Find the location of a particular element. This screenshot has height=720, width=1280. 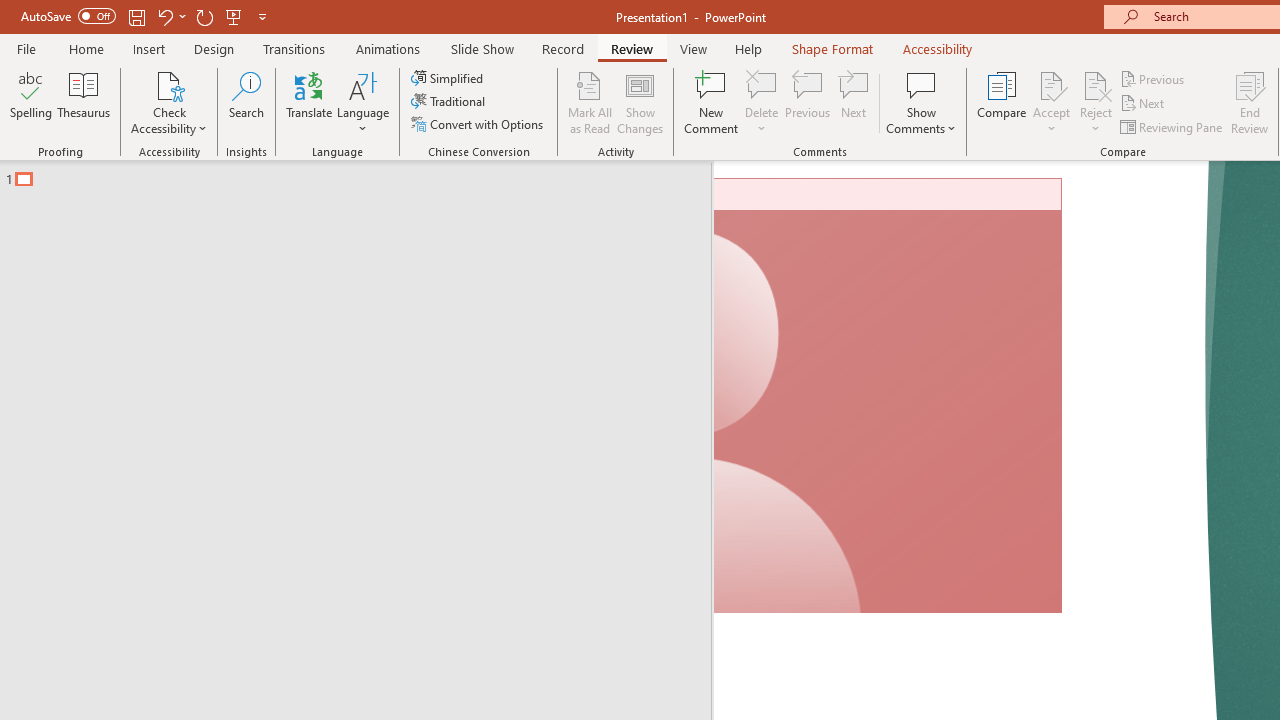

'End Review' is located at coordinates (1248, 103).